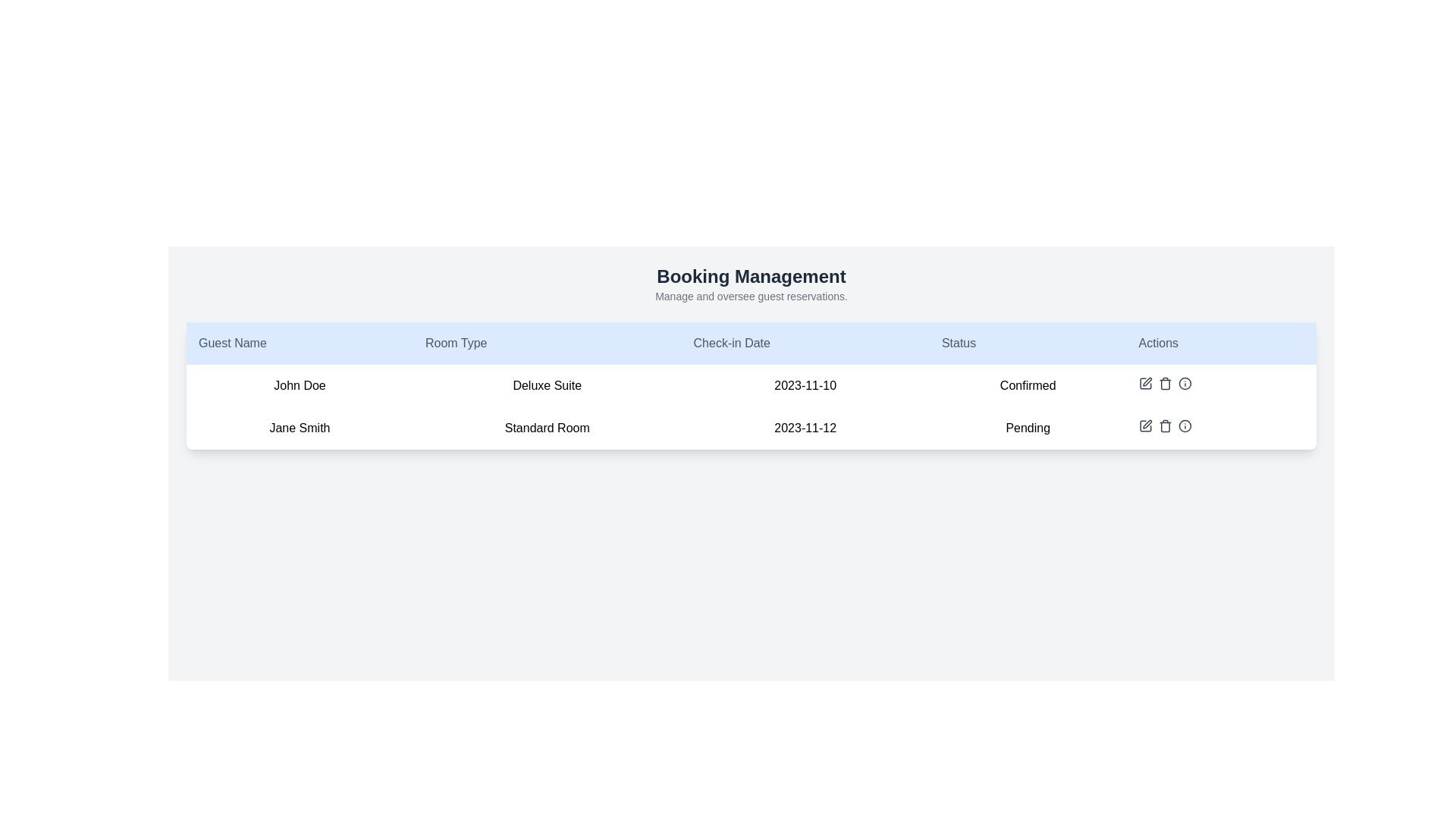  What do you see at coordinates (1164, 427) in the screenshot?
I see `the delete icon located in the 'Actions' column of the 'Pending' row in the table under the 'Booking Management' header` at bounding box center [1164, 427].